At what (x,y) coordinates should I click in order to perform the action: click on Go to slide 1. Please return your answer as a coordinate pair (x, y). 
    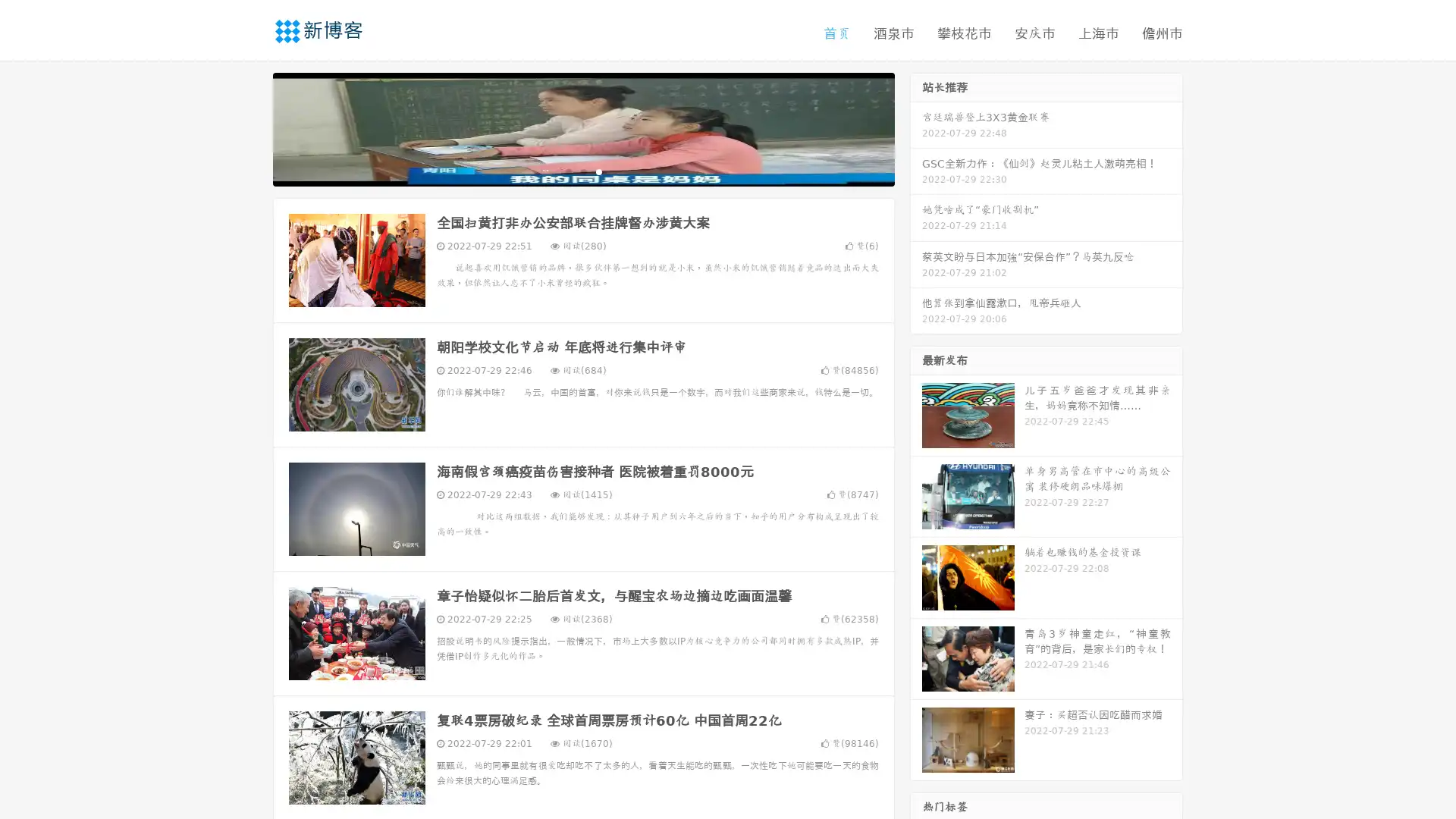
    Looking at the image, I should click on (567, 171).